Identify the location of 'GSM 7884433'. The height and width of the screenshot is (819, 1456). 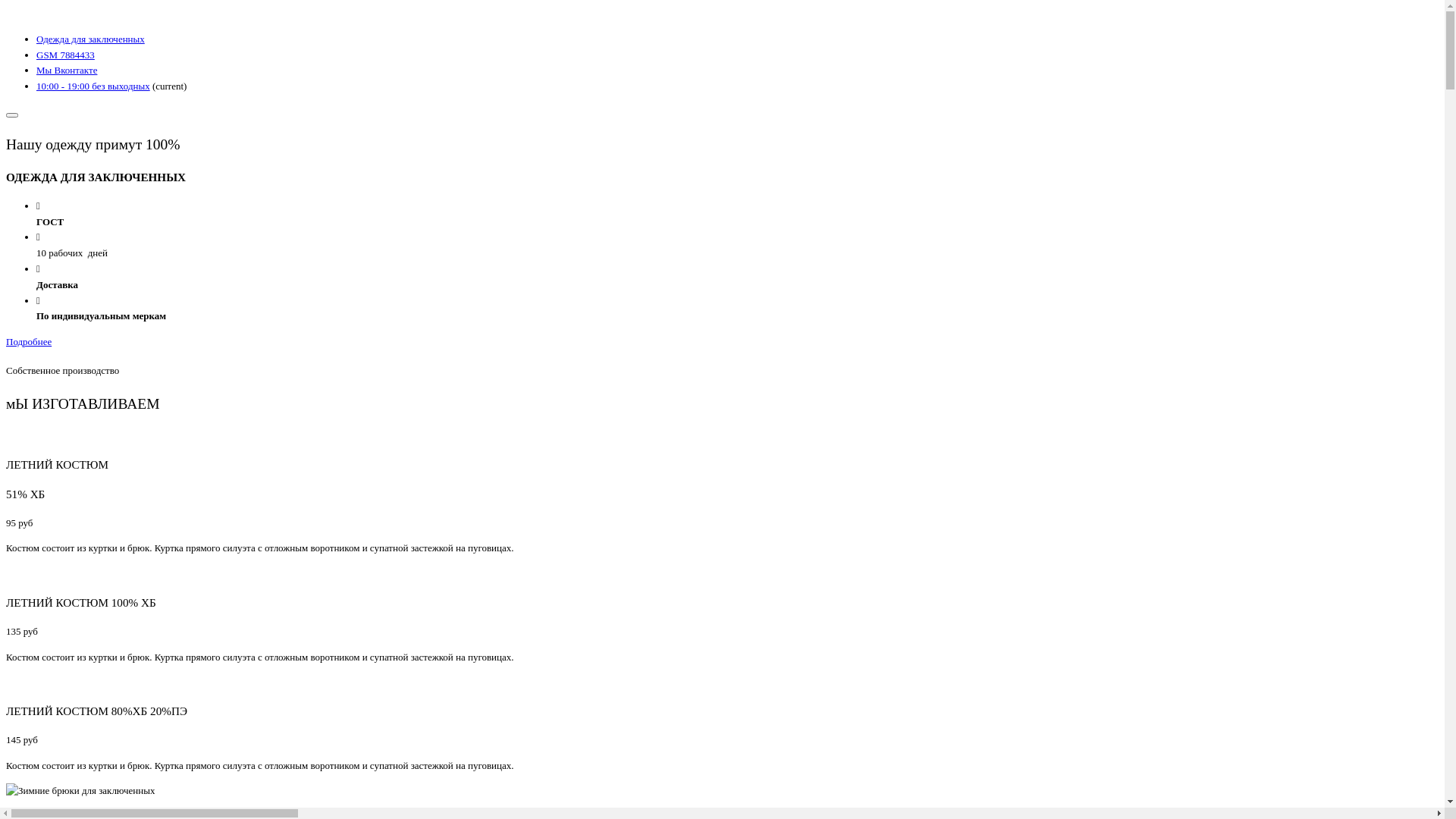
(64, 54).